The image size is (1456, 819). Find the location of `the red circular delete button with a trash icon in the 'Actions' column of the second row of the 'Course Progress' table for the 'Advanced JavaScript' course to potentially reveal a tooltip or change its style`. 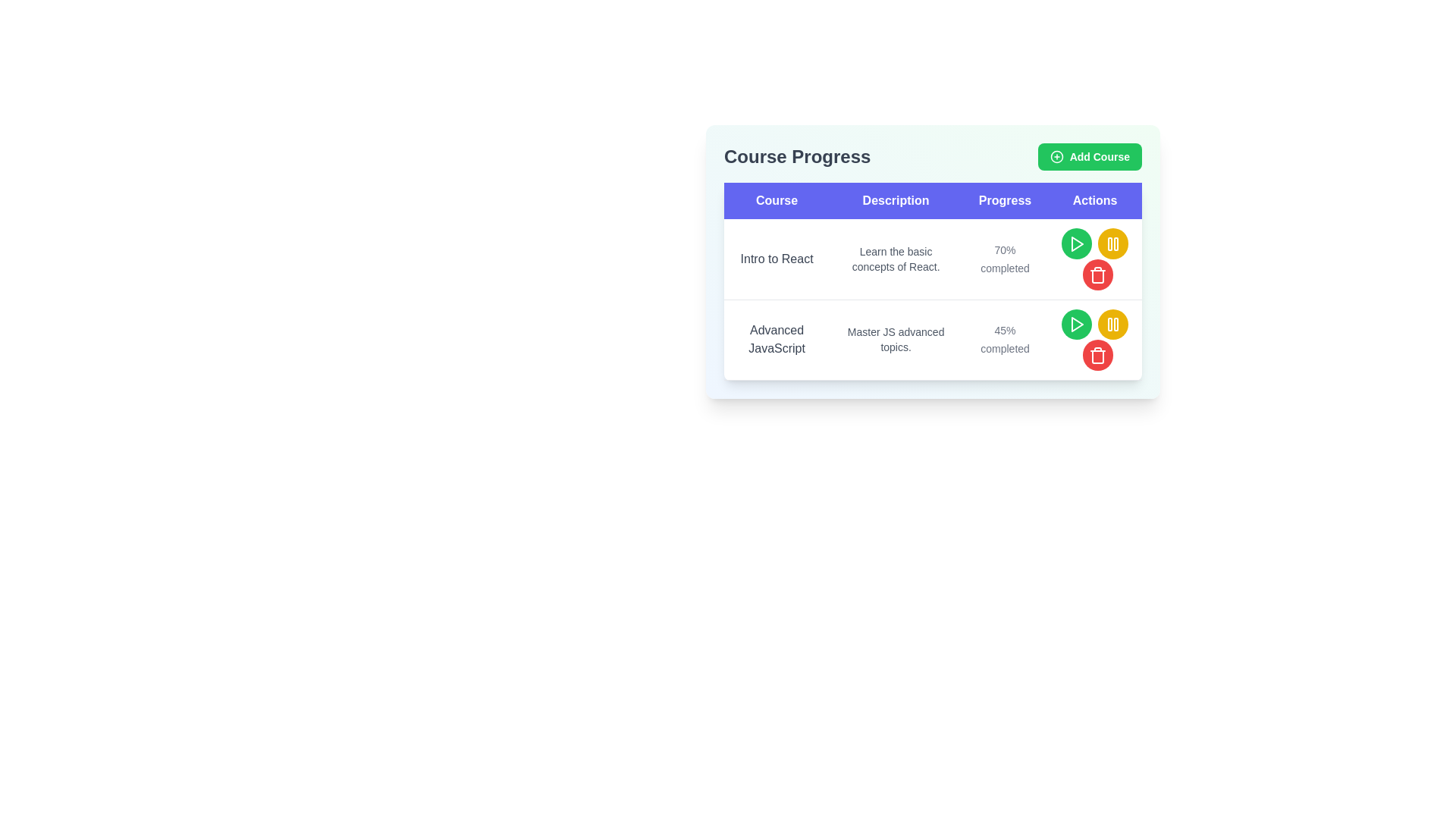

the red circular delete button with a trash icon in the 'Actions' column of the second row of the 'Course Progress' table for the 'Advanced JavaScript' course to potentially reveal a tooltip or change its style is located at coordinates (1095, 339).